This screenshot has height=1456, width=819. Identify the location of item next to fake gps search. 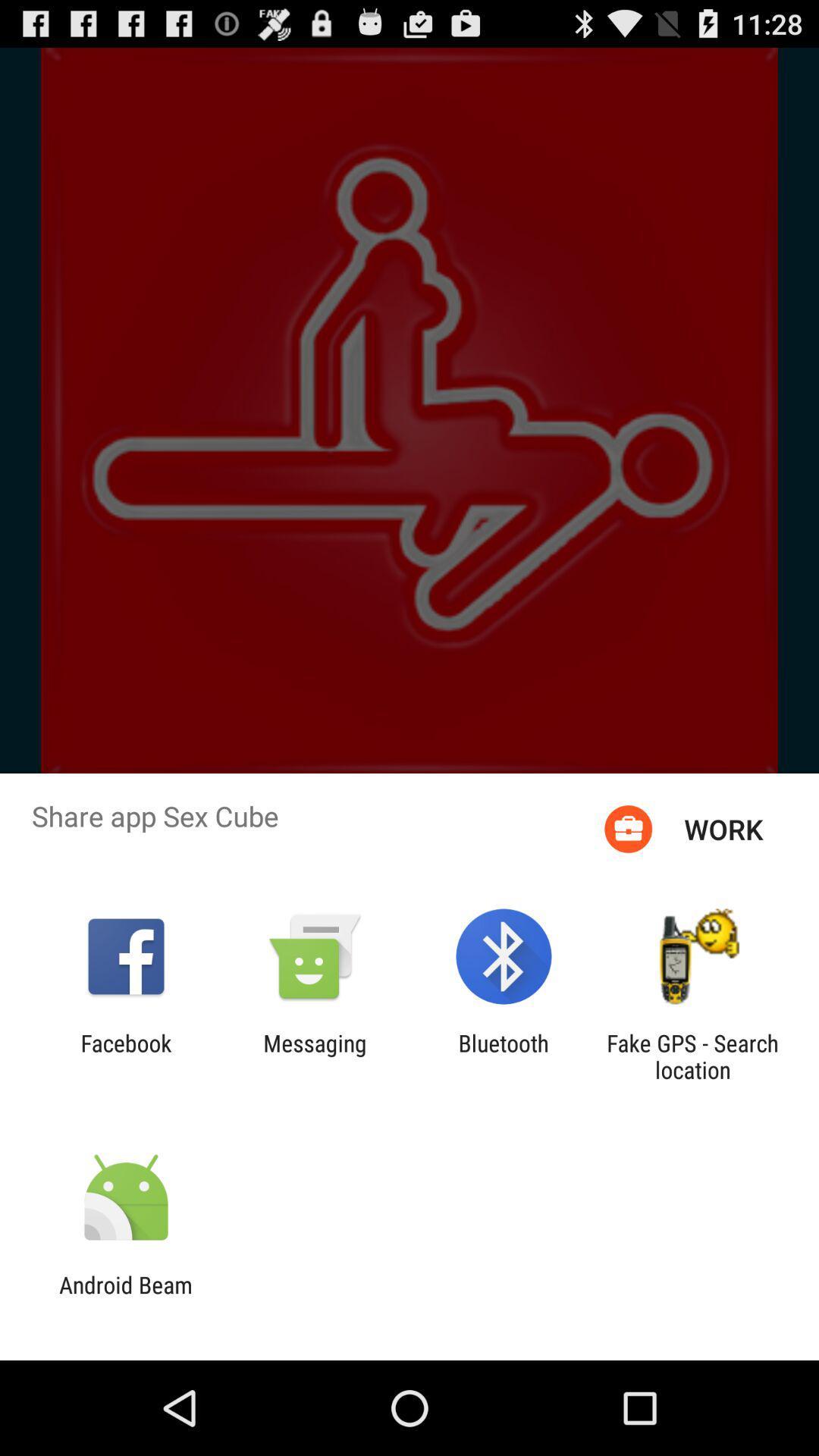
(504, 1056).